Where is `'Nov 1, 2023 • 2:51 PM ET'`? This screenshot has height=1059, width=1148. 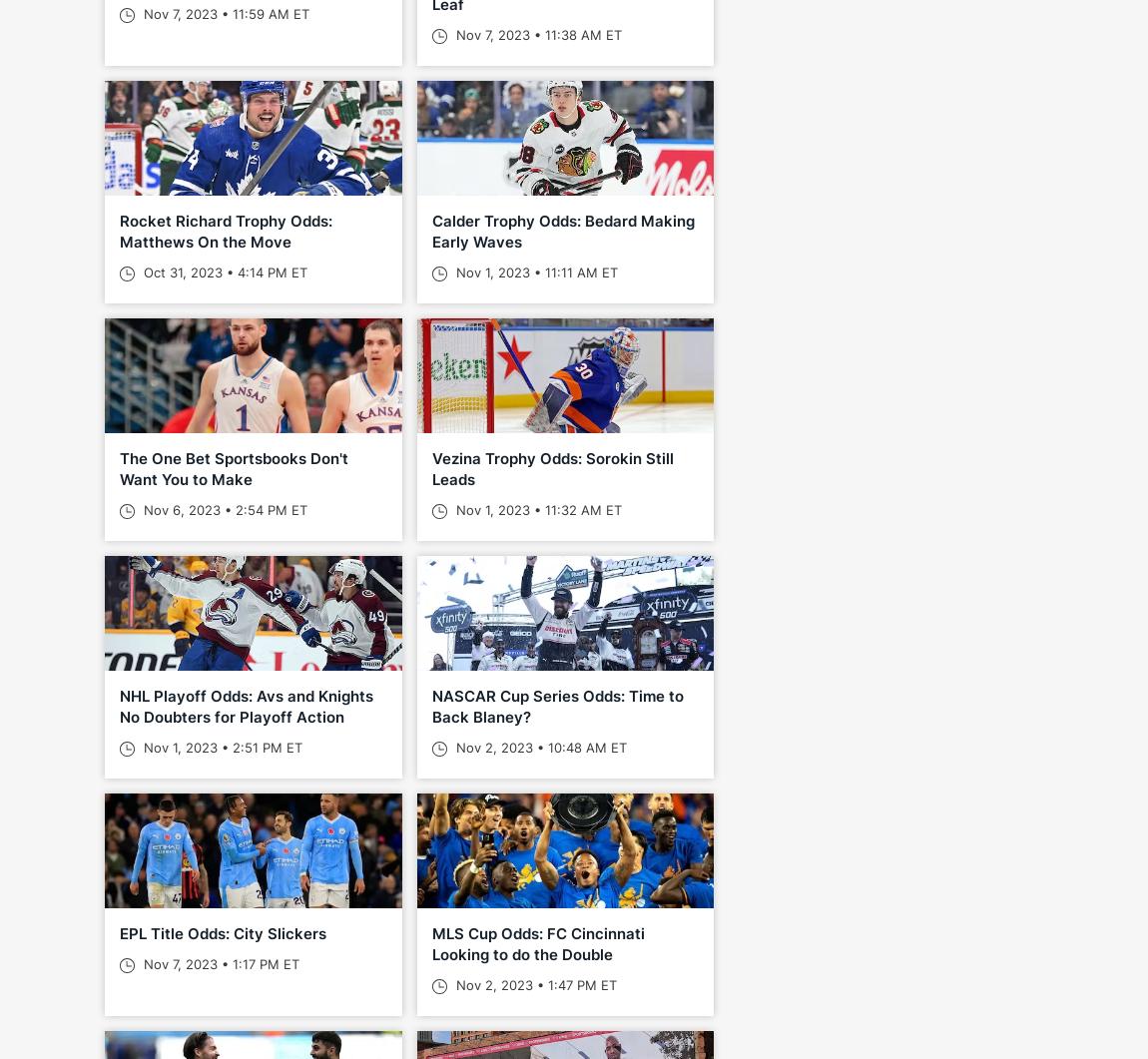 'Nov 1, 2023 • 2:51 PM ET' is located at coordinates (220, 747).